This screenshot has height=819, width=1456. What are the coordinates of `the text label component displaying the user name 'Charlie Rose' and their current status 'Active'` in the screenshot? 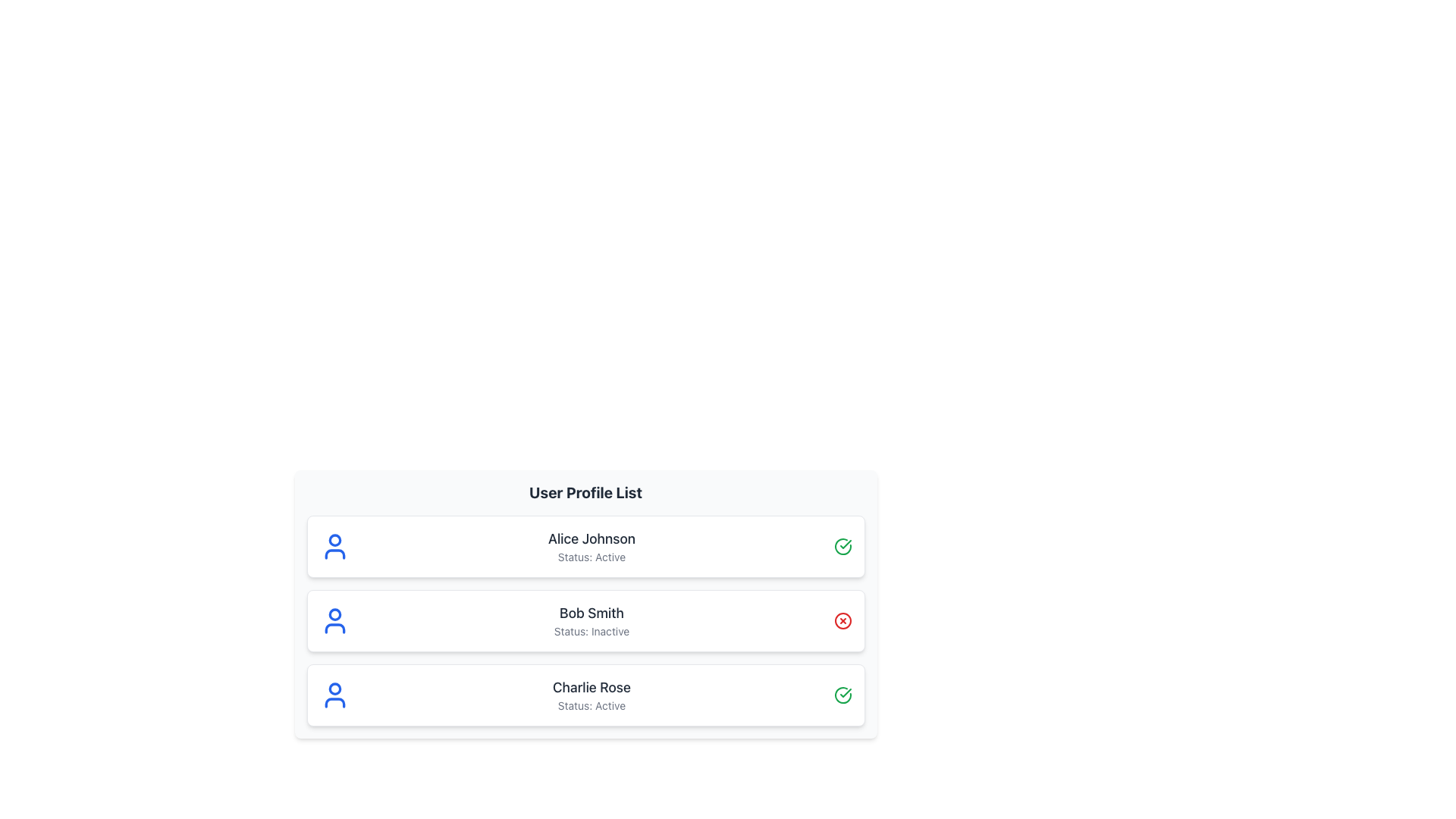 It's located at (591, 695).